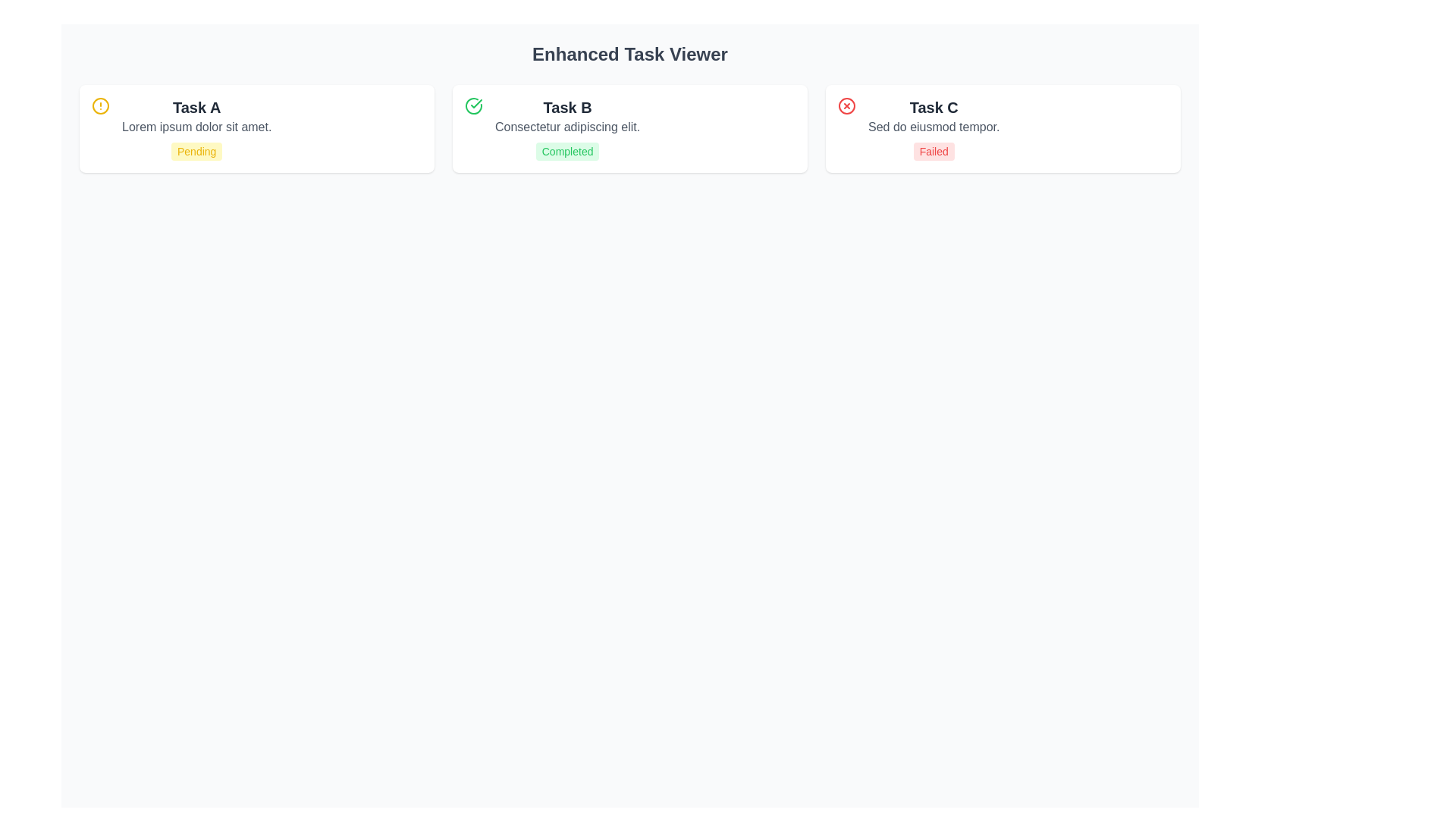 This screenshot has height=819, width=1456. Describe the element at coordinates (846, 105) in the screenshot. I see `failure status indicator icon located in the top-right section of the 'Task C' card` at that location.